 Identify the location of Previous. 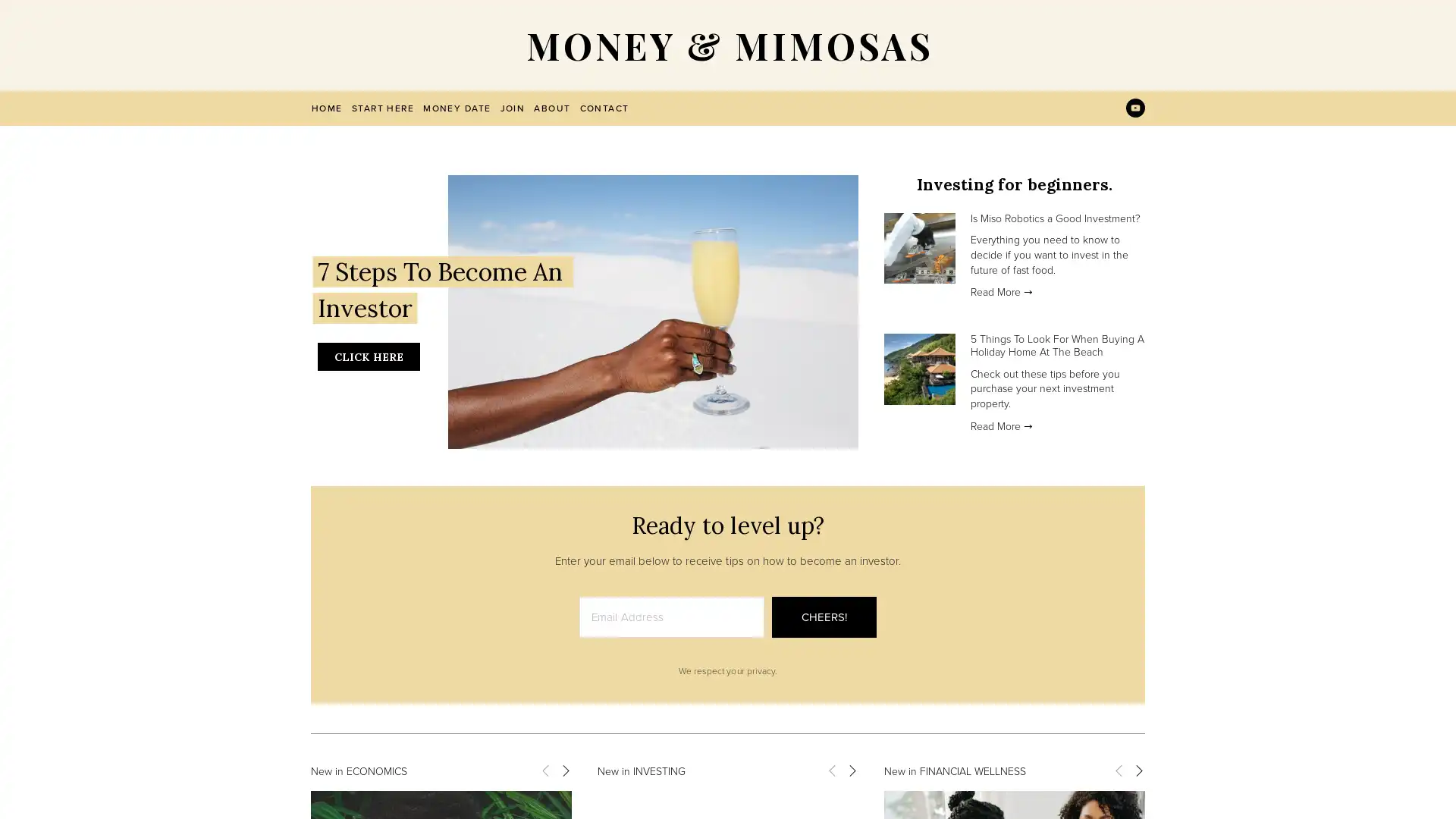
(1118, 769).